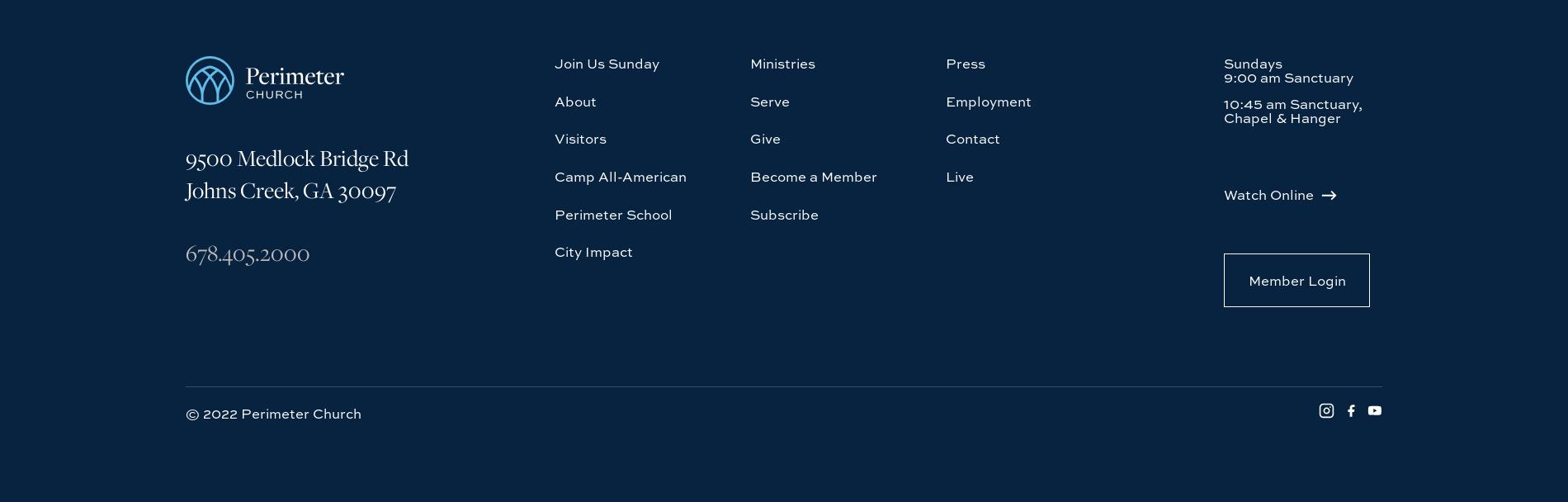 The image size is (1568, 502). Describe the element at coordinates (247, 101) in the screenshot. I see `'678.405.2000'` at that location.